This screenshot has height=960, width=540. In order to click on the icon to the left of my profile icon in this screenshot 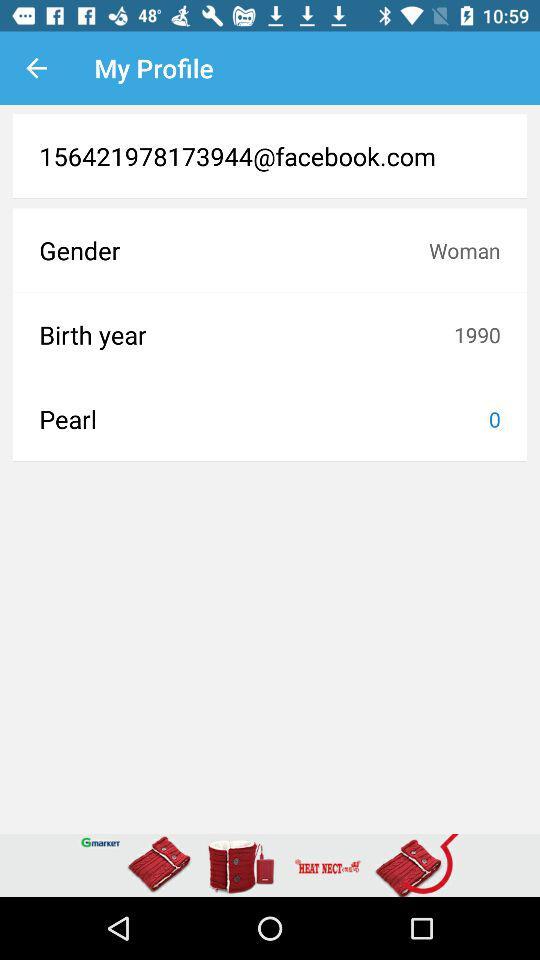, I will do `click(36, 68)`.